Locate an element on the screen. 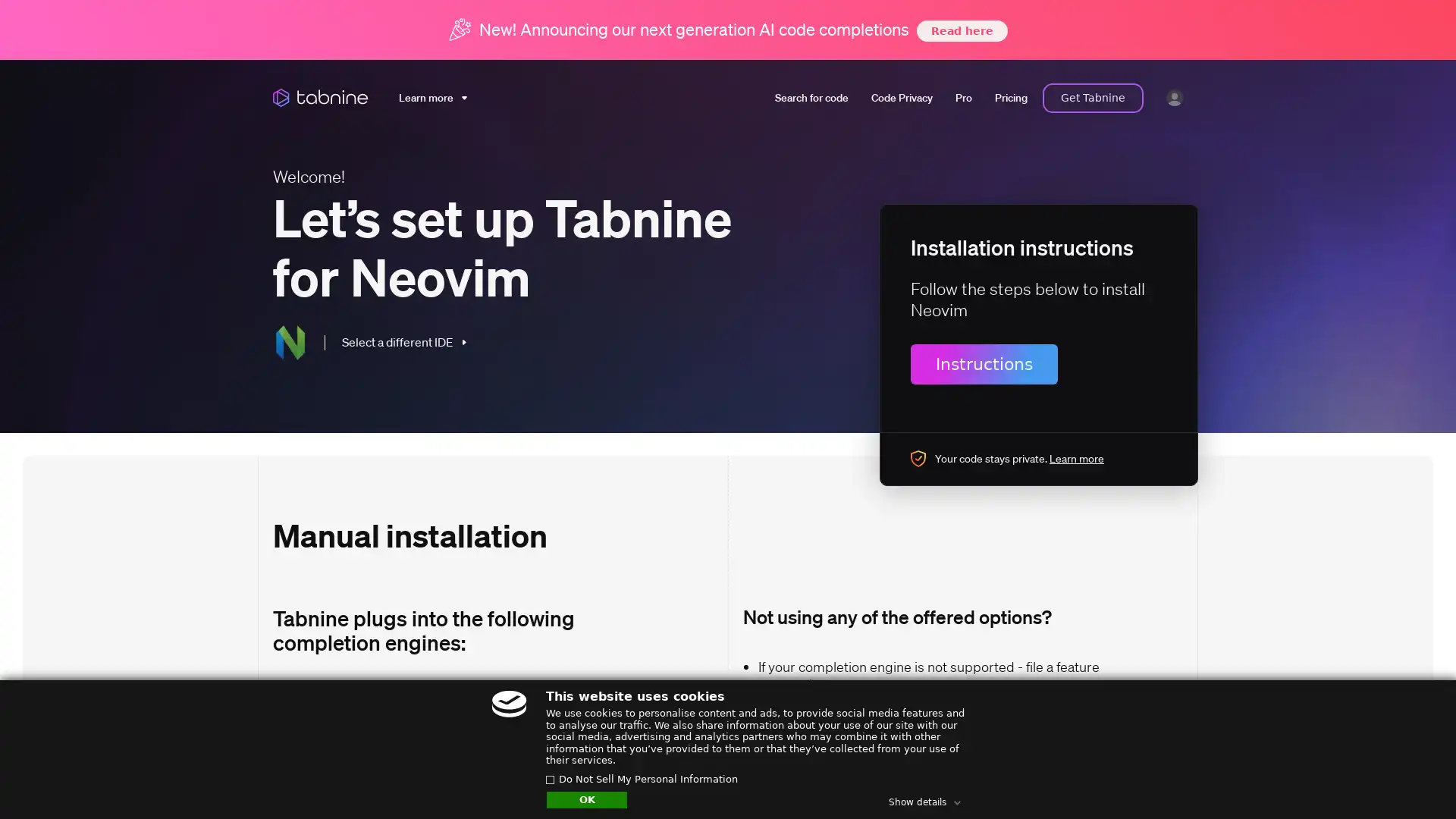 This screenshot has height=819, width=1456. coc Instructions is located at coordinates (322, 759).